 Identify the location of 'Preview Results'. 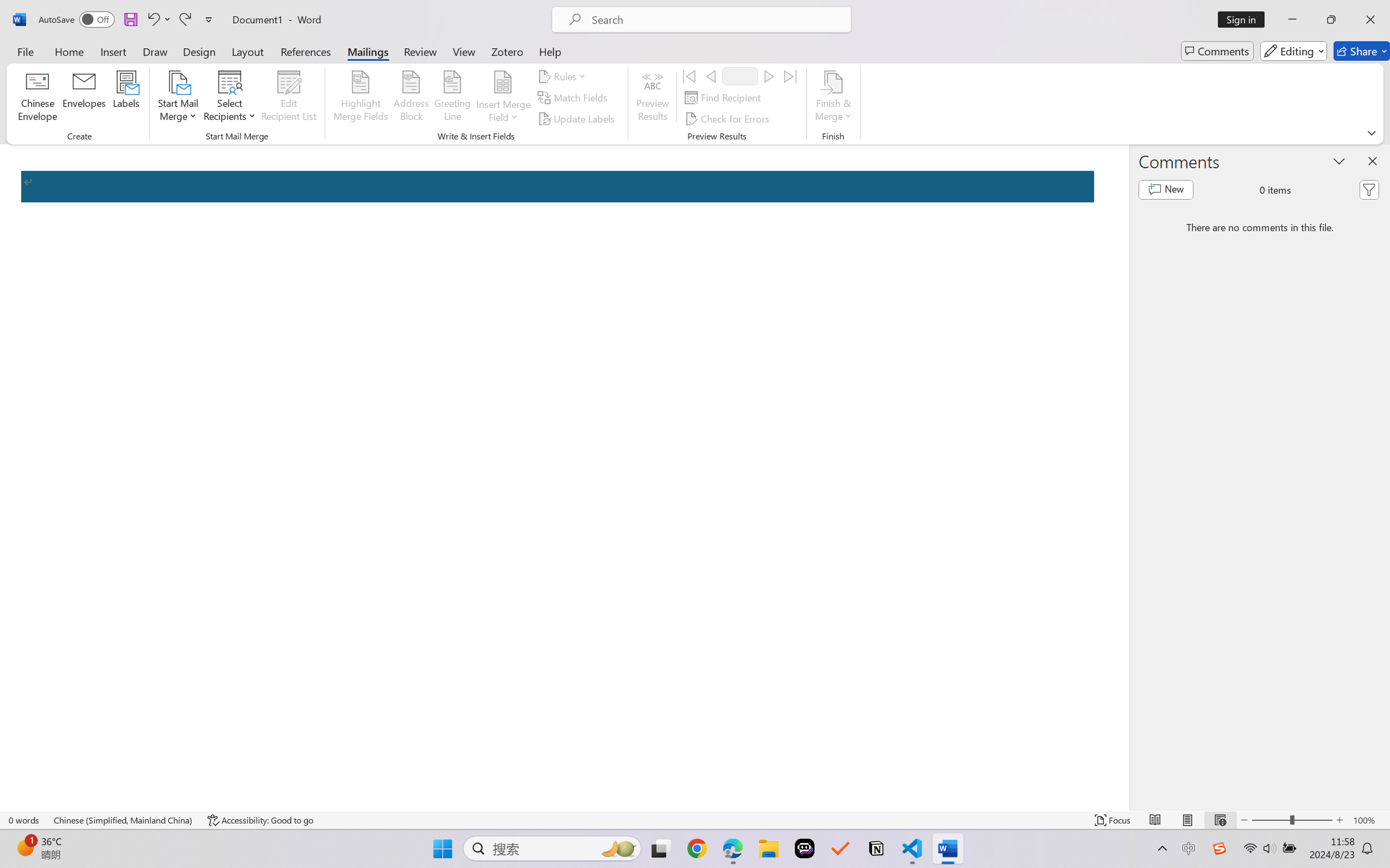
(653, 98).